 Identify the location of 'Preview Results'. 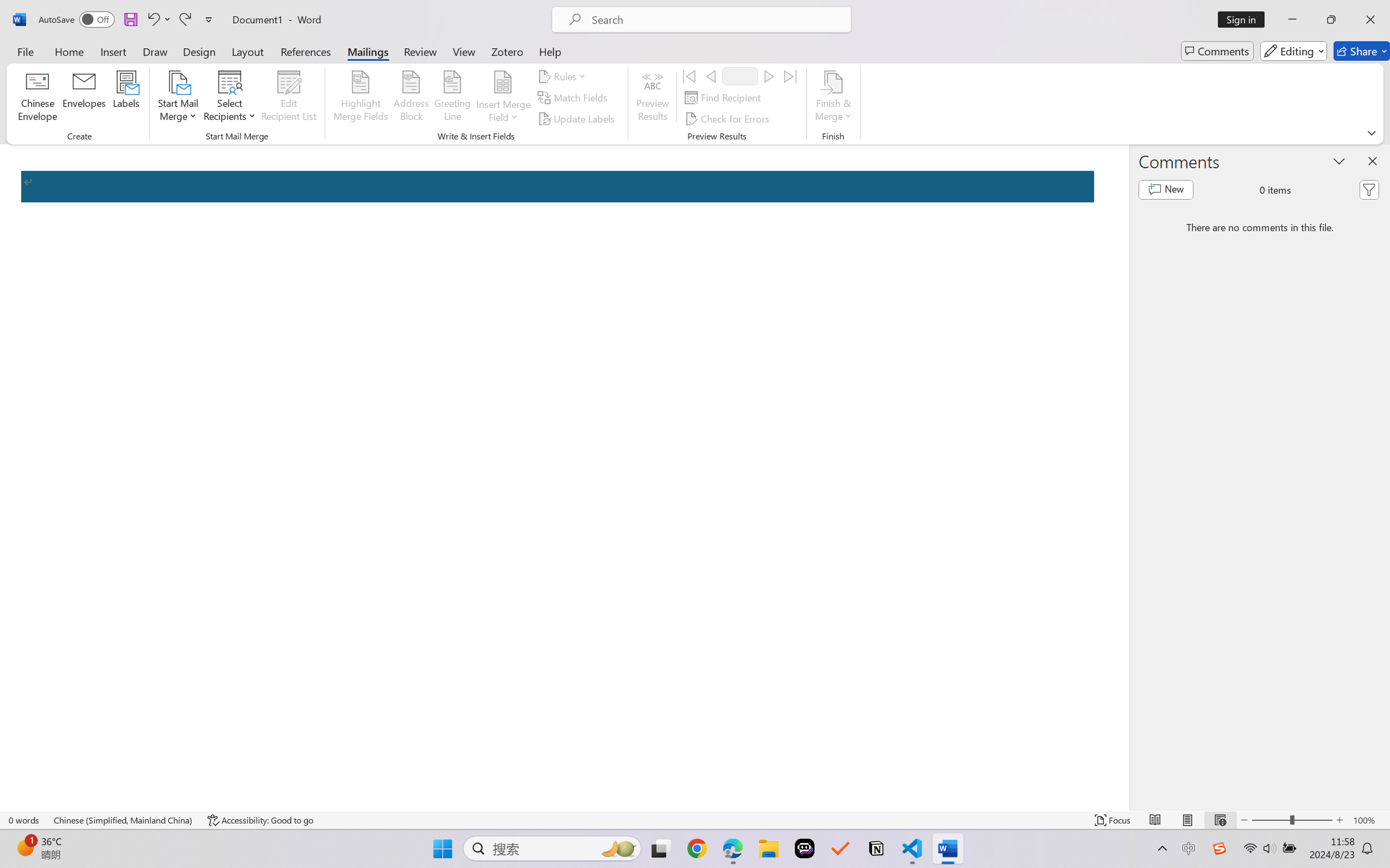
(653, 98).